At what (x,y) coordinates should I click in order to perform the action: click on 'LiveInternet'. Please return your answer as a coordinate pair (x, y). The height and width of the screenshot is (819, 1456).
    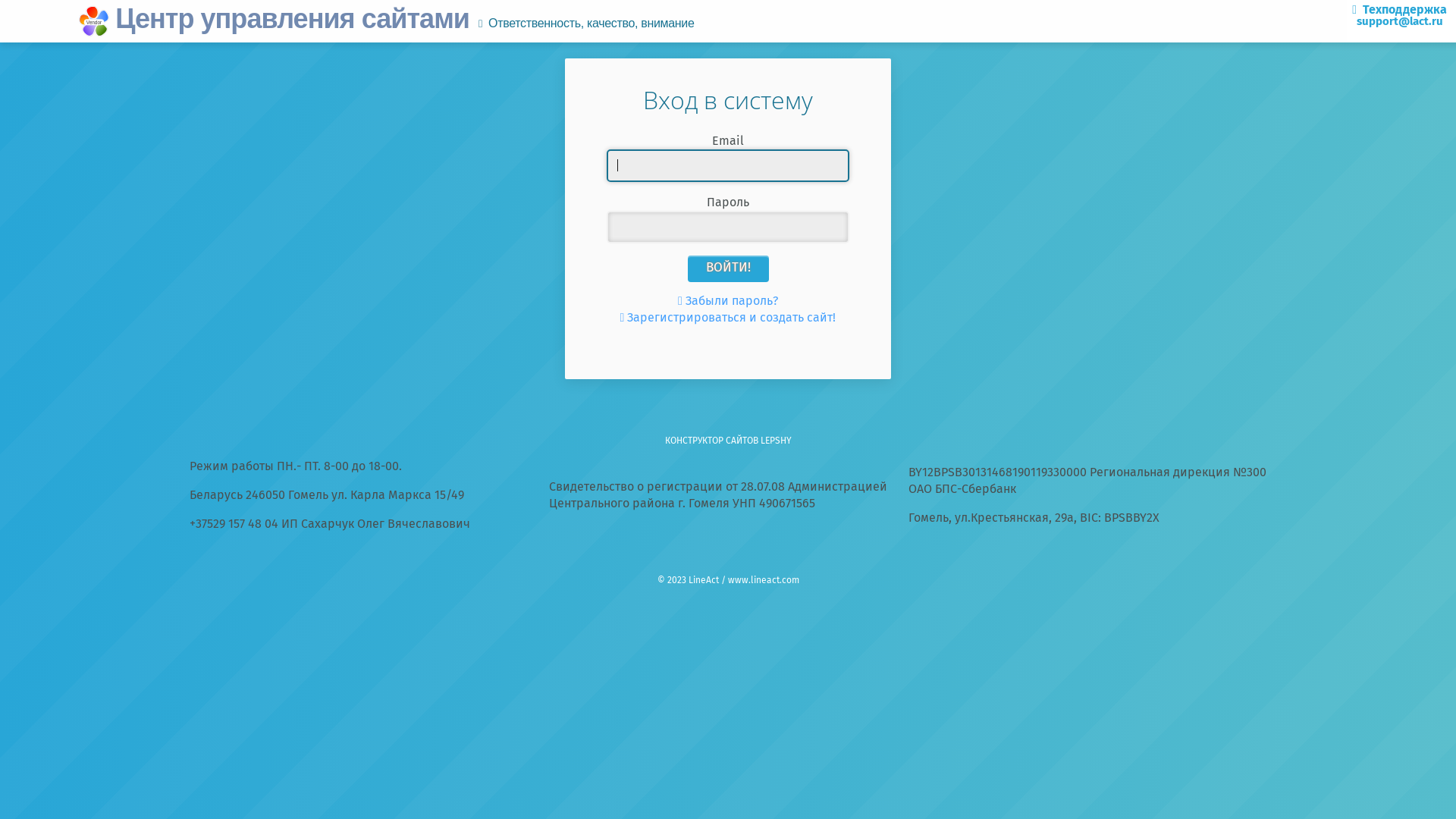
    Looking at the image, I should click on (726, 554).